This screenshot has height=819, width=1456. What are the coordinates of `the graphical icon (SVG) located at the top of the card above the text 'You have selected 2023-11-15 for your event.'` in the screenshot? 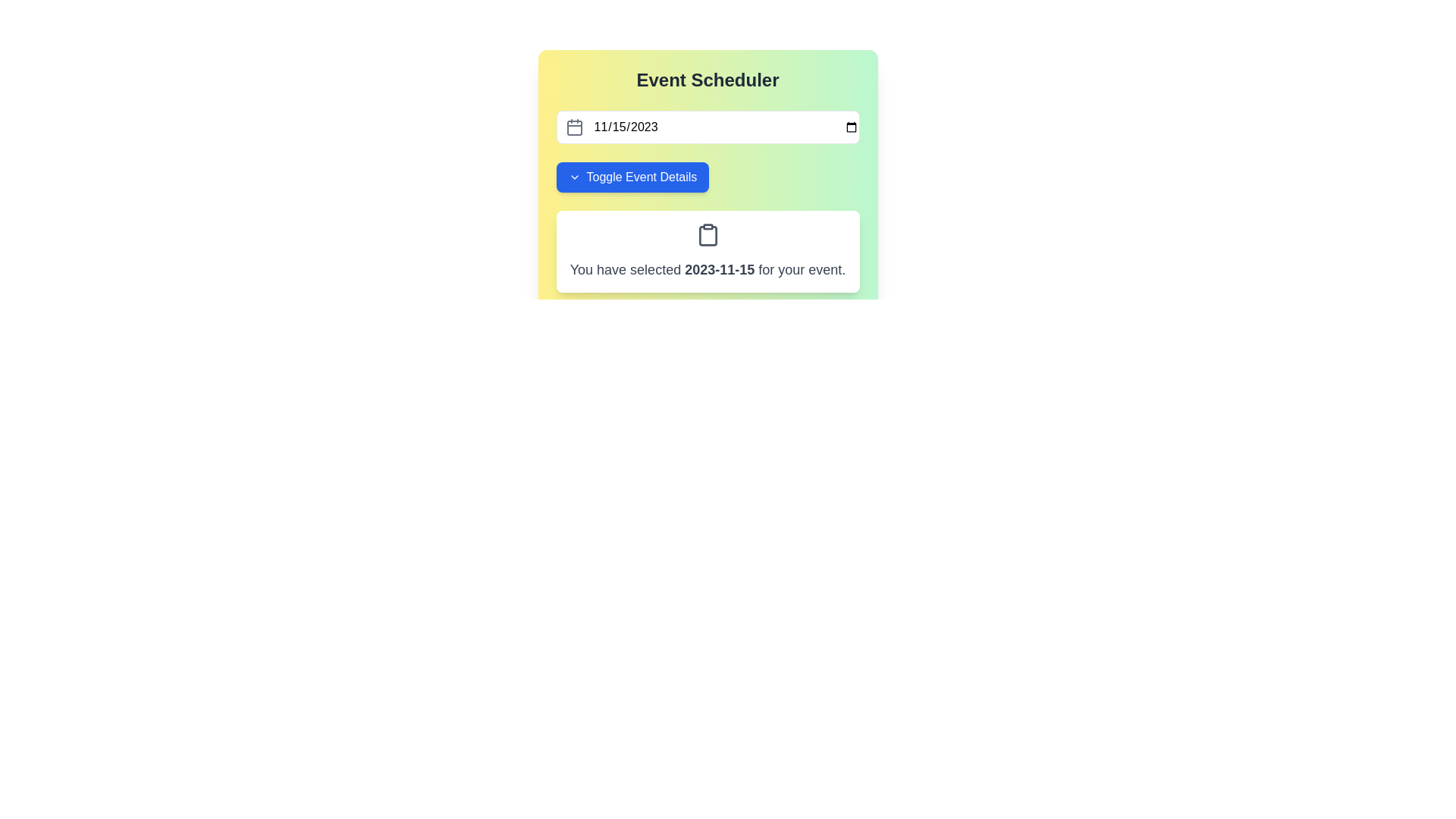 It's located at (707, 234).